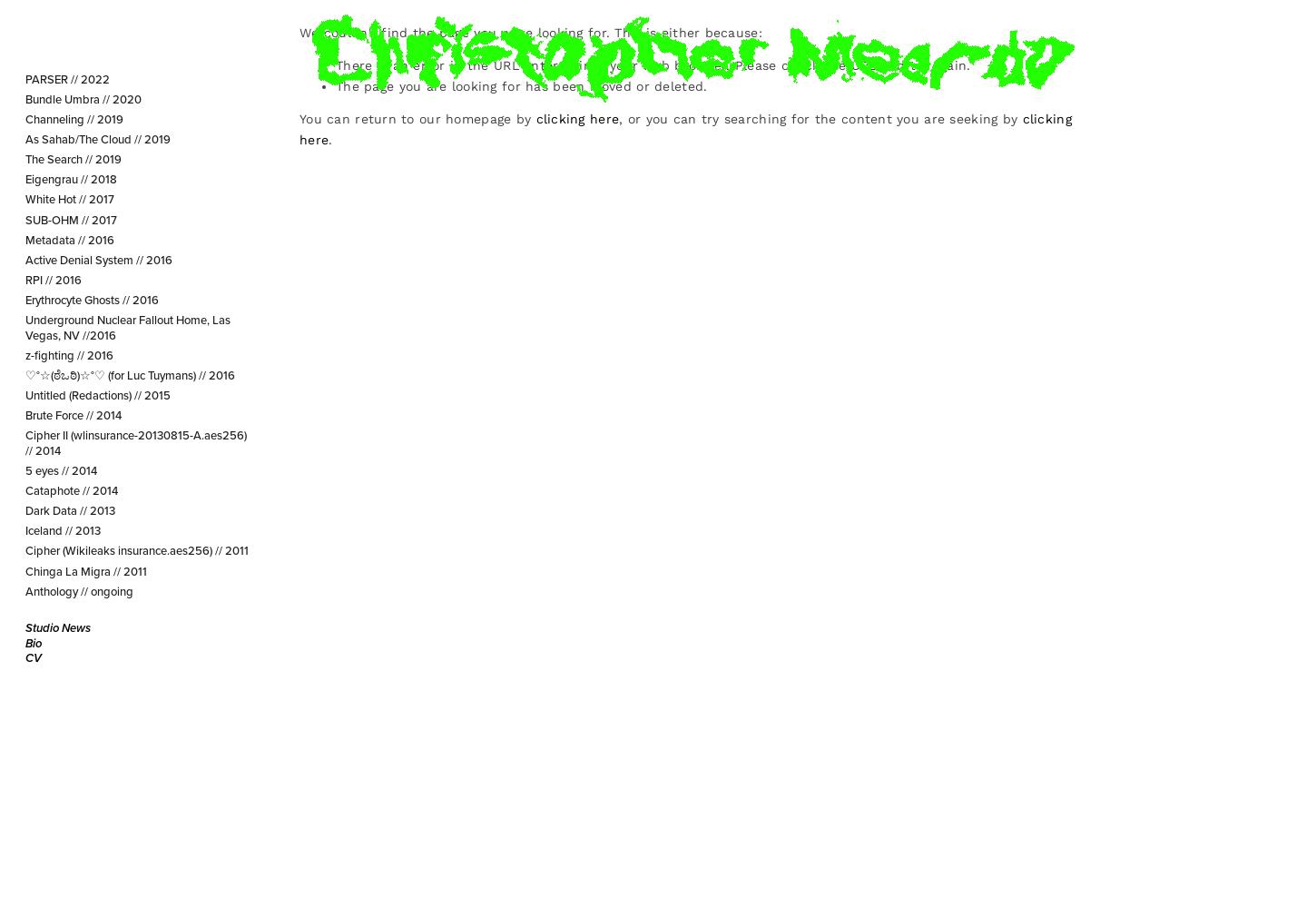 The height and width of the screenshot is (908, 1316). I want to click on 'Studio News', so click(56, 626).